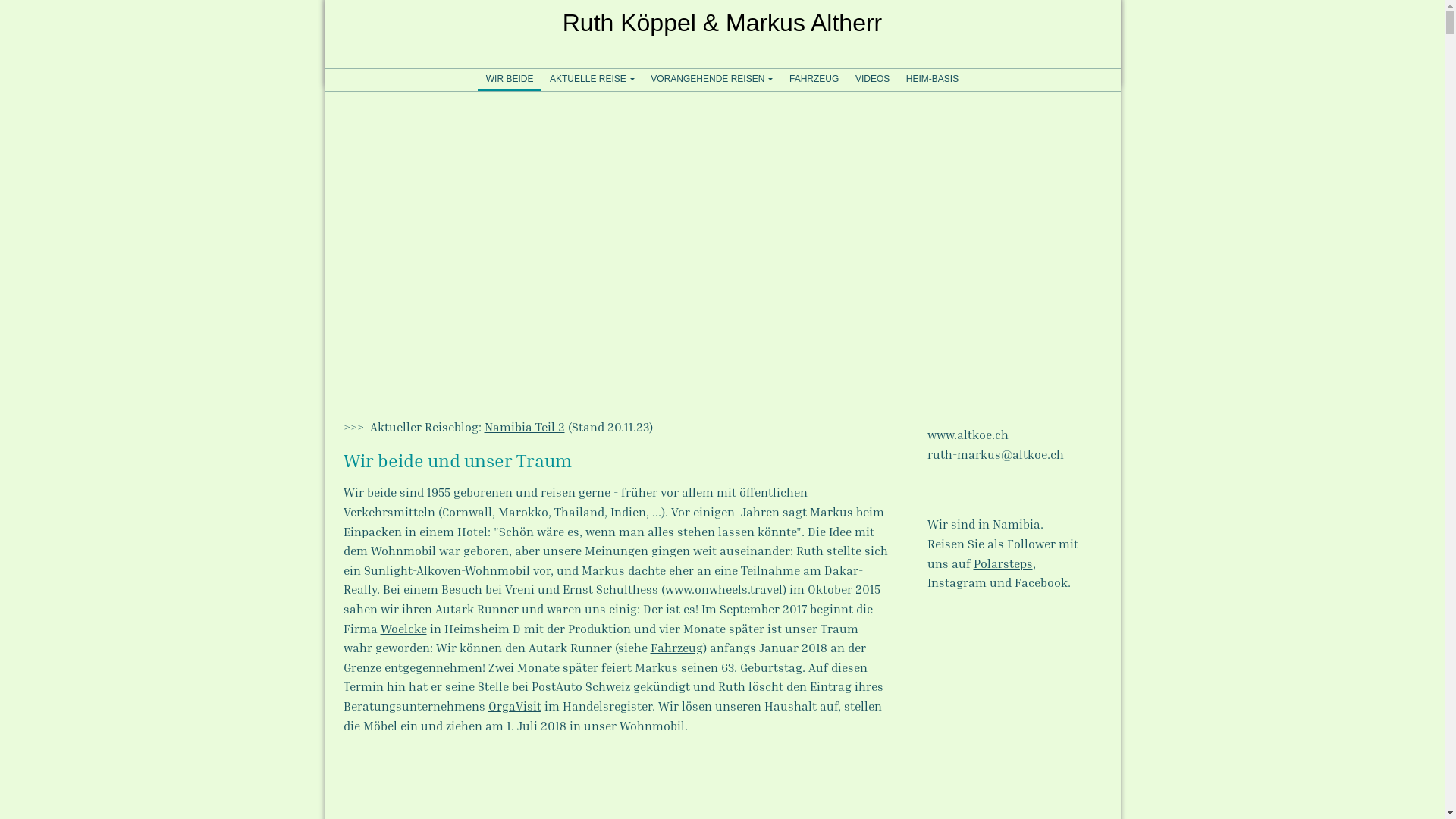  Describe the element at coordinates (711, 79) in the screenshot. I see `'VORANGEHENDE REISEN'` at that location.